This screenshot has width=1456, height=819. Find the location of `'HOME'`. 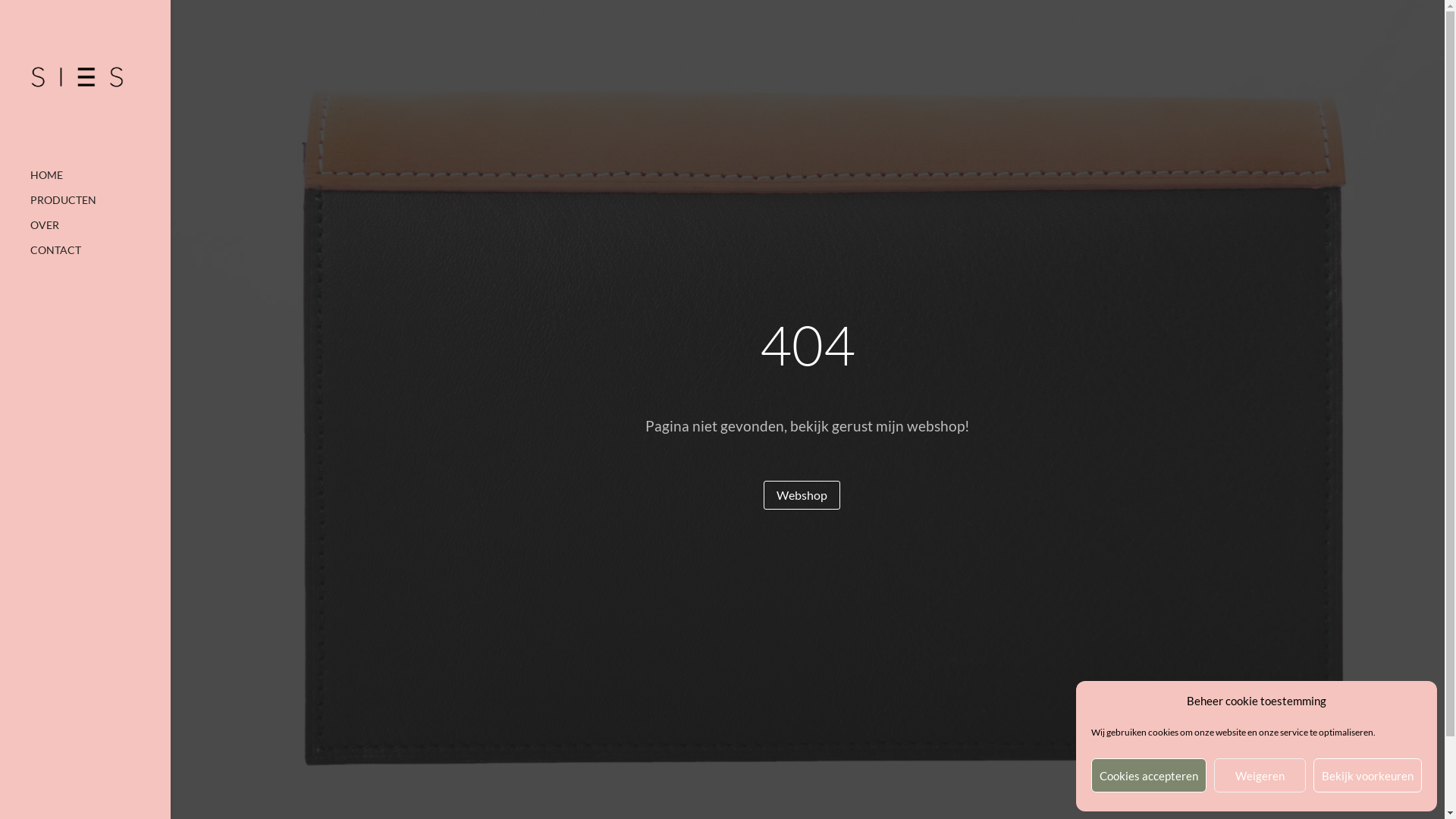

'HOME' is located at coordinates (30, 181).